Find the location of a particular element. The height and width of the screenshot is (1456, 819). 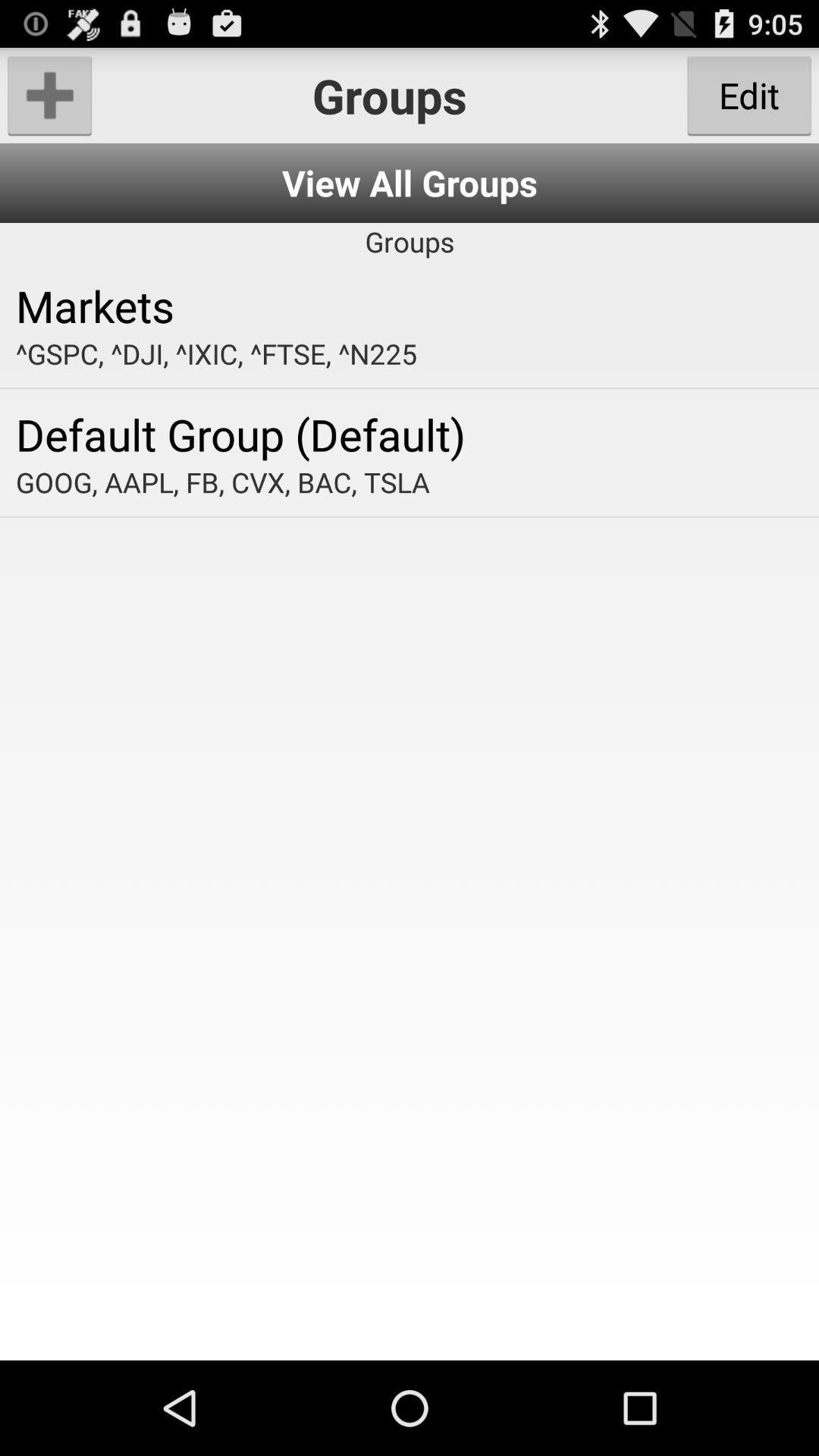

the item at the top left corner is located at coordinates (49, 94).